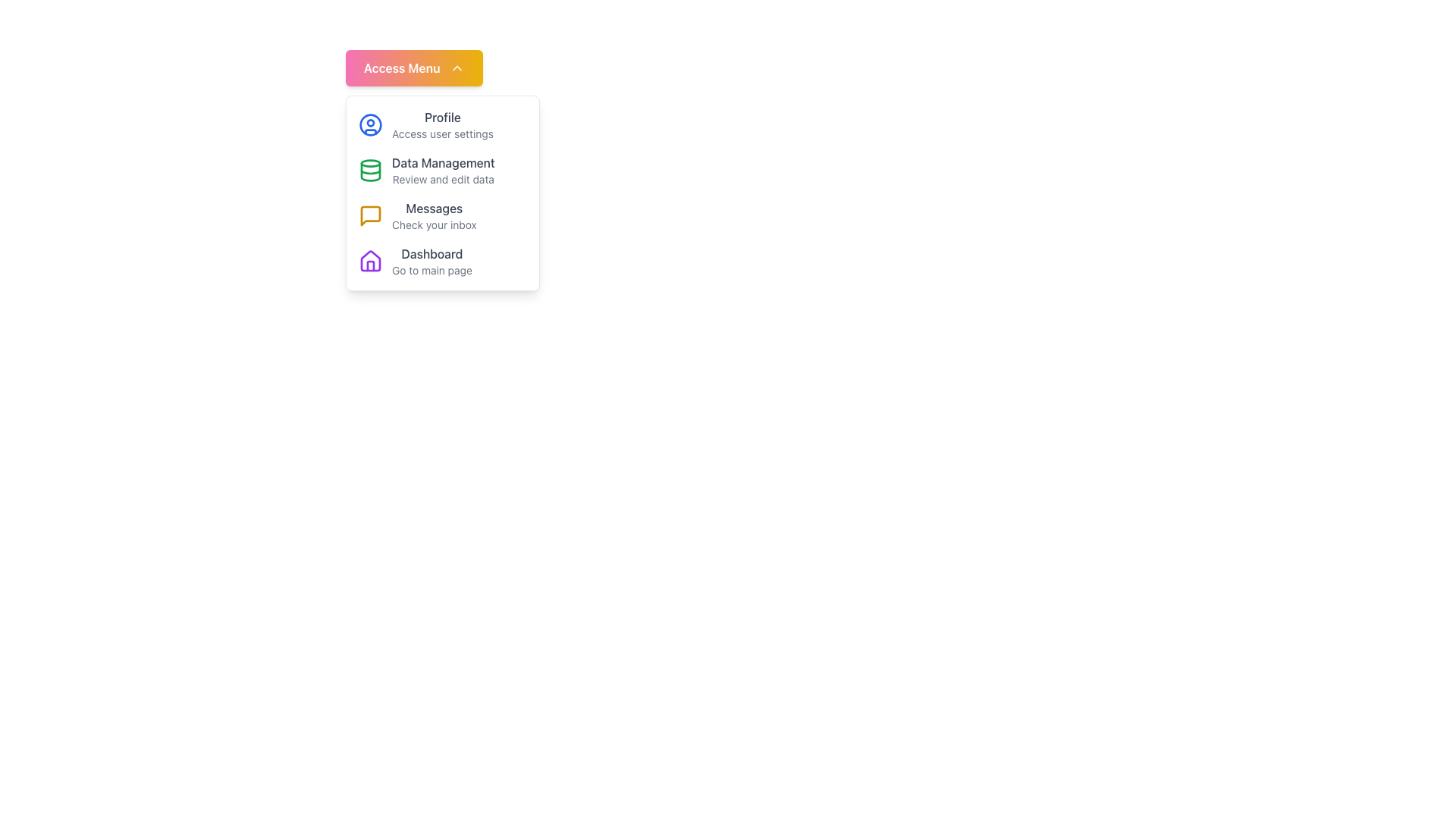 This screenshot has height=819, width=1456. Describe the element at coordinates (371, 259) in the screenshot. I see `the decorative icon associated with the 'Dashboard' menu item, which is the lower part of a two-part SVG icon` at that location.